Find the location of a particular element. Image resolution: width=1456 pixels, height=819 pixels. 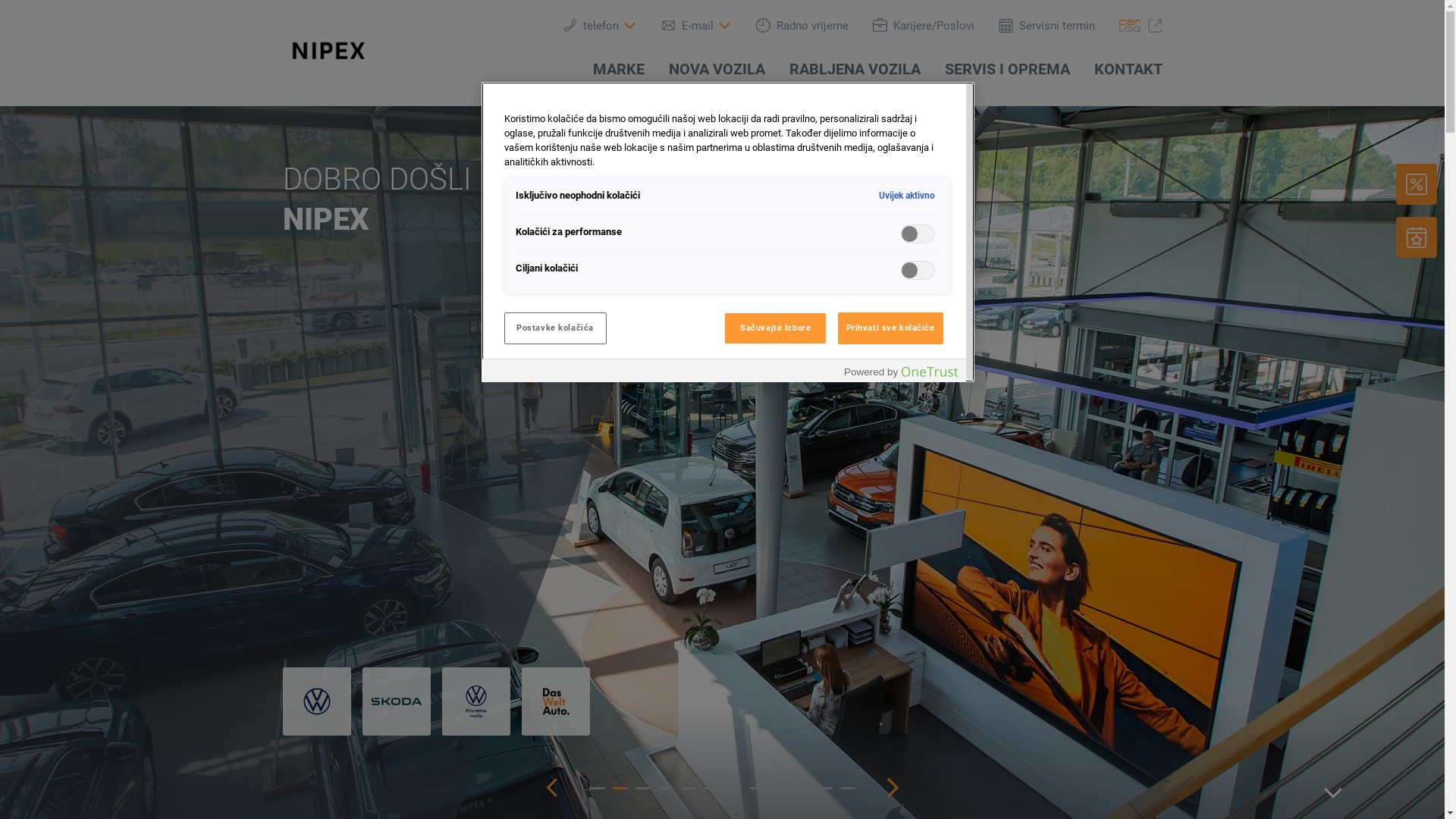

'Servisni termin' is located at coordinates (1045, 25).